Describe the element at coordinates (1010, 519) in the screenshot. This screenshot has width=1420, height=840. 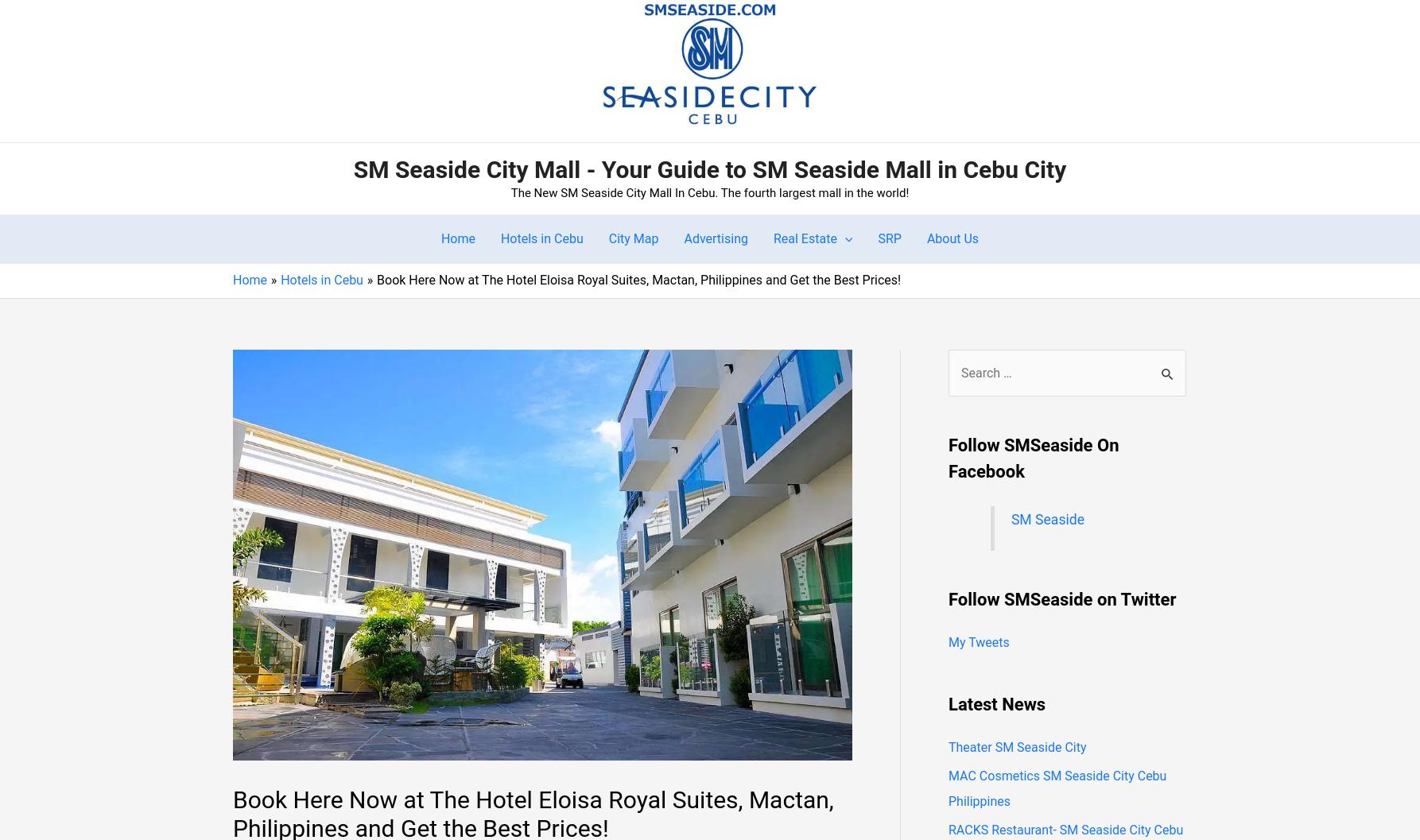
I see `'SM Seaside'` at that location.